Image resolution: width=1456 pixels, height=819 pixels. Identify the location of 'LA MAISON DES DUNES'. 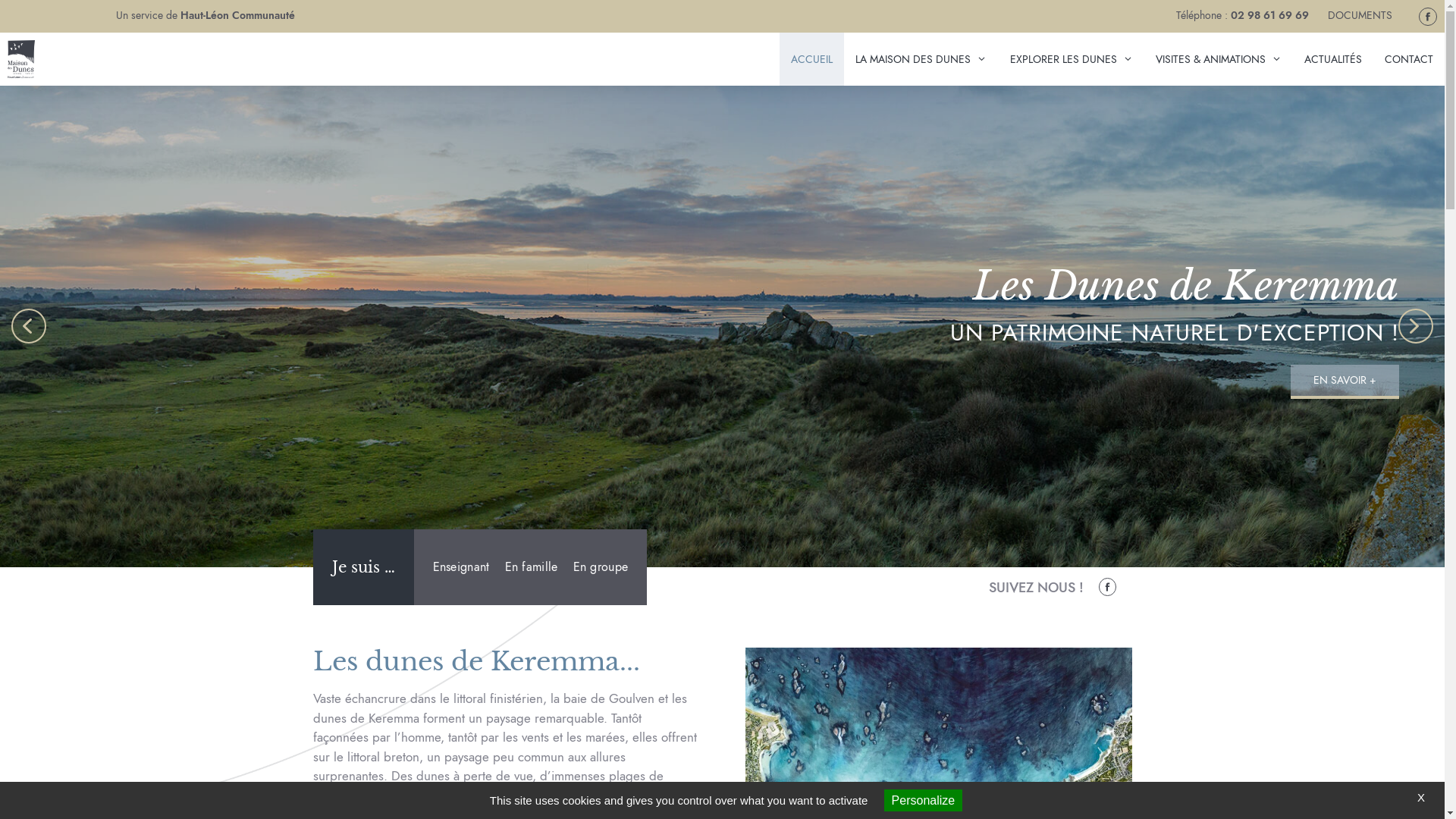
(920, 58).